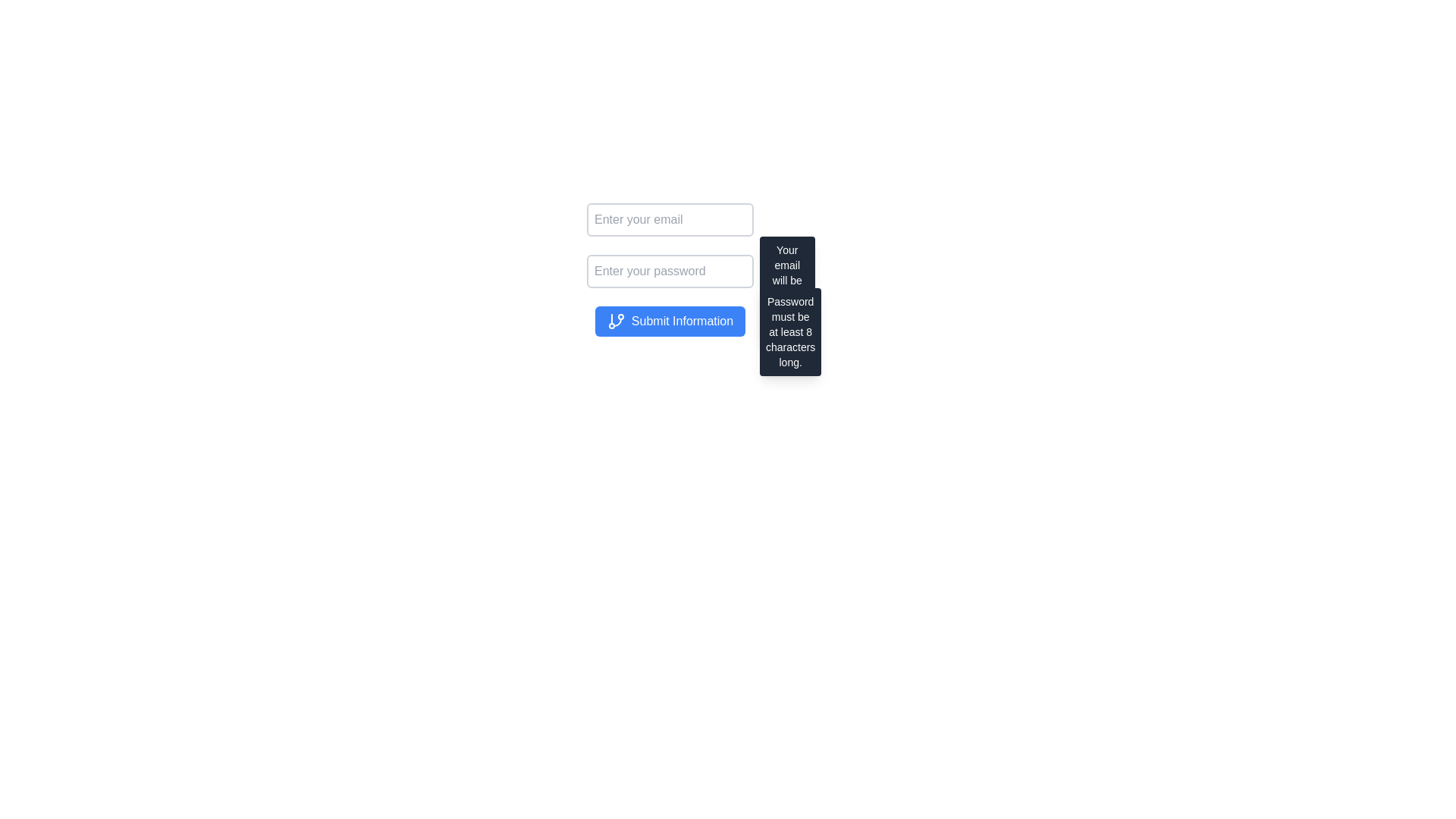 This screenshot has height=819, width=1456. I want to click on the tooltip providing guidance for the email input field, which explains its use for recovery purposes, so click(787, 288).